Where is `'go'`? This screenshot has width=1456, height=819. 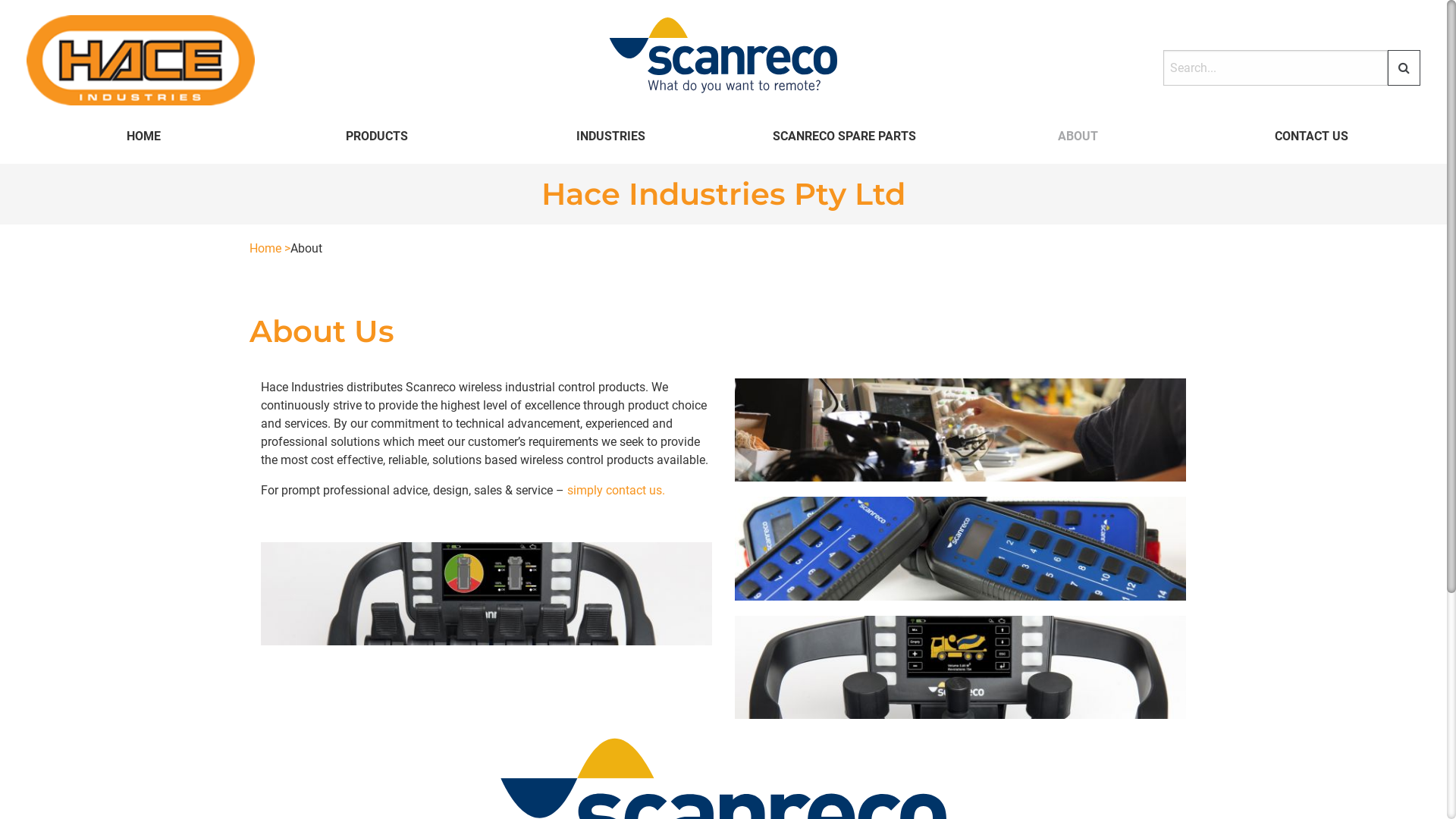 'go' is located at coordinates (1403, 67).